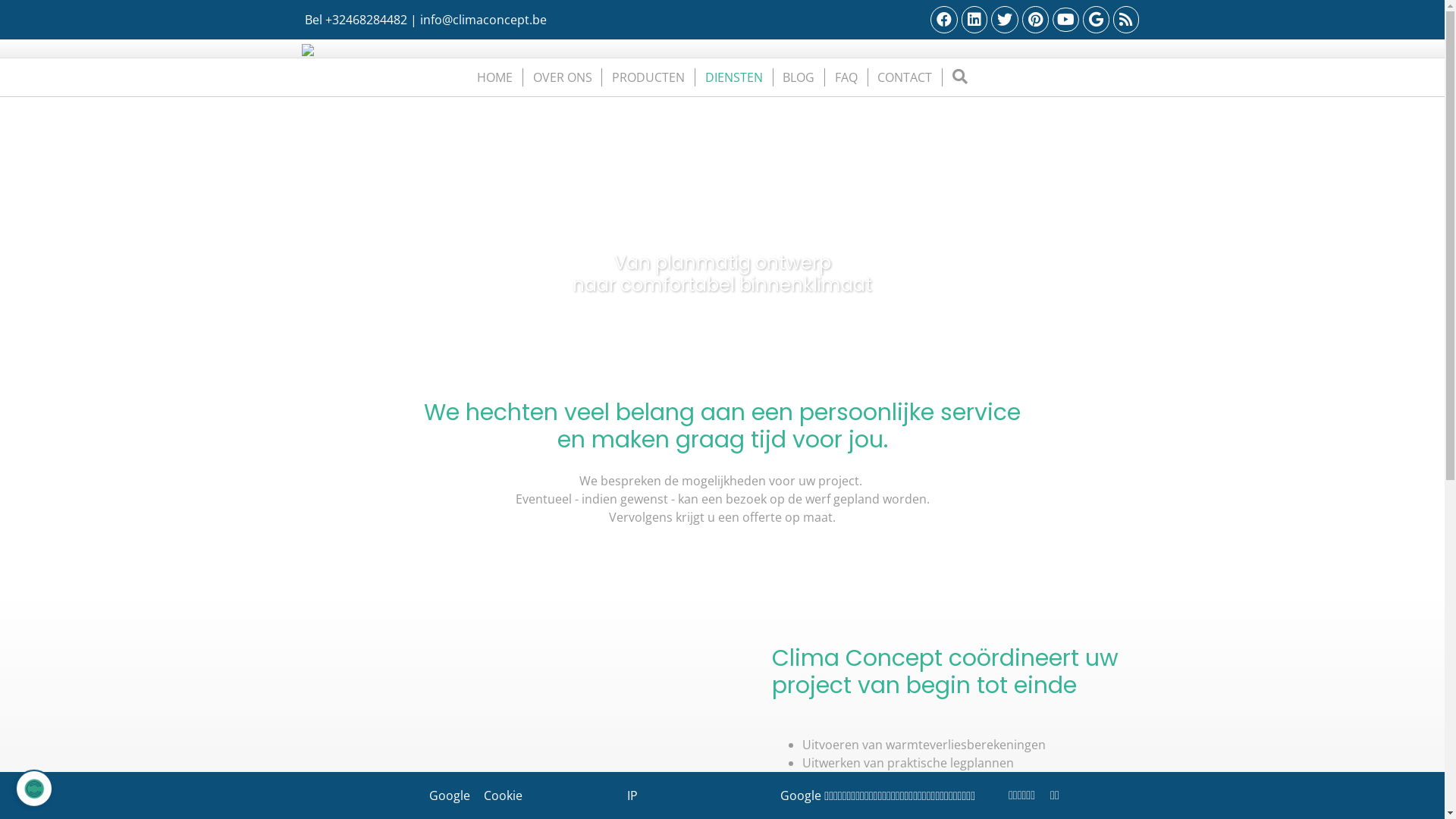 The width and height of the screenshot is (1456, 819). What do you see at coordinates (365, 20) in the screenshot?
I see `'+32468284482'` at bounding box center [365, 20].